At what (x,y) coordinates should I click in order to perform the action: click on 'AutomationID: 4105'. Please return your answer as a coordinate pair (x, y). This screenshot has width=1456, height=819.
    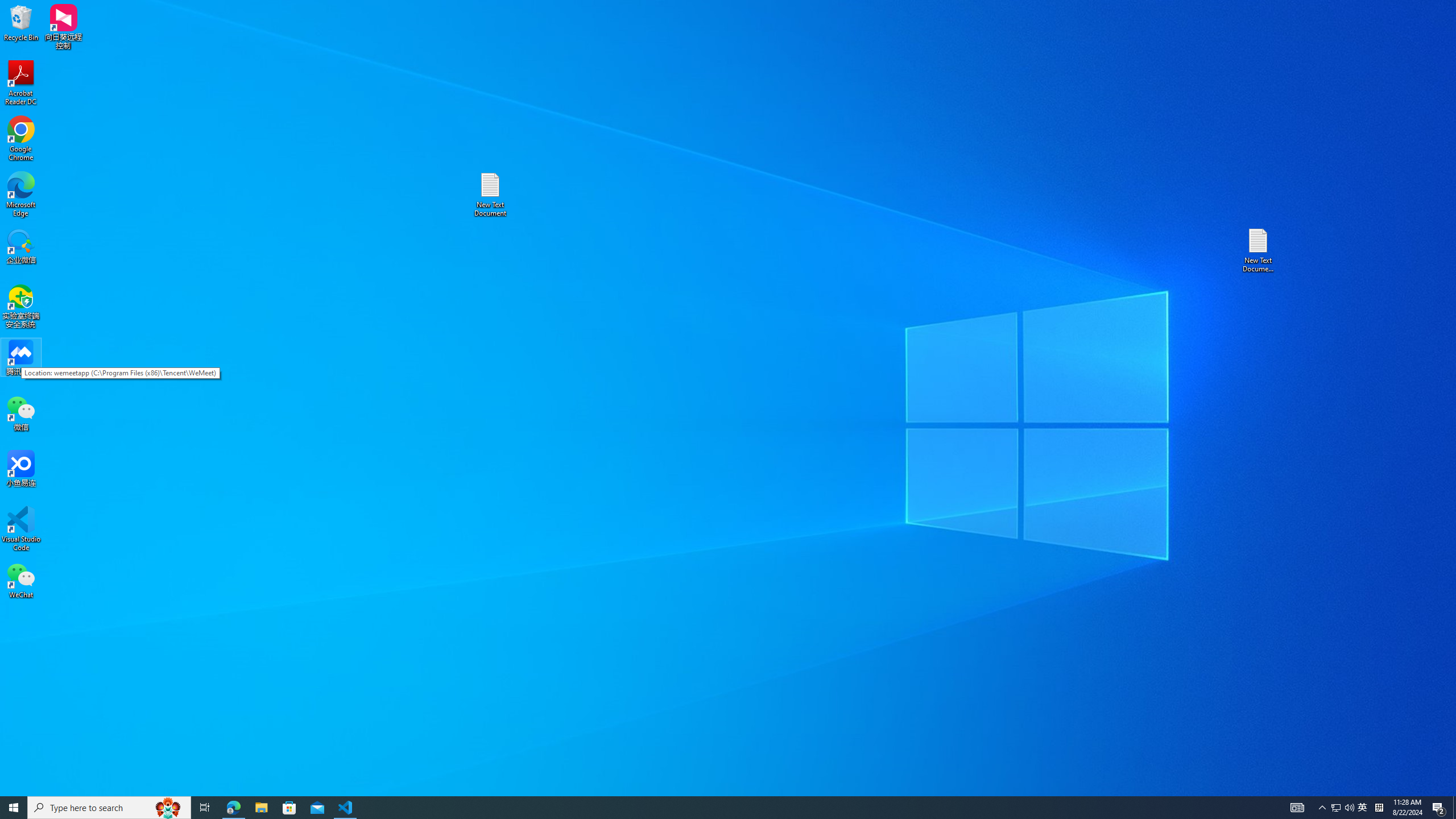
    Looking at the image, I should click on (1296, 806).